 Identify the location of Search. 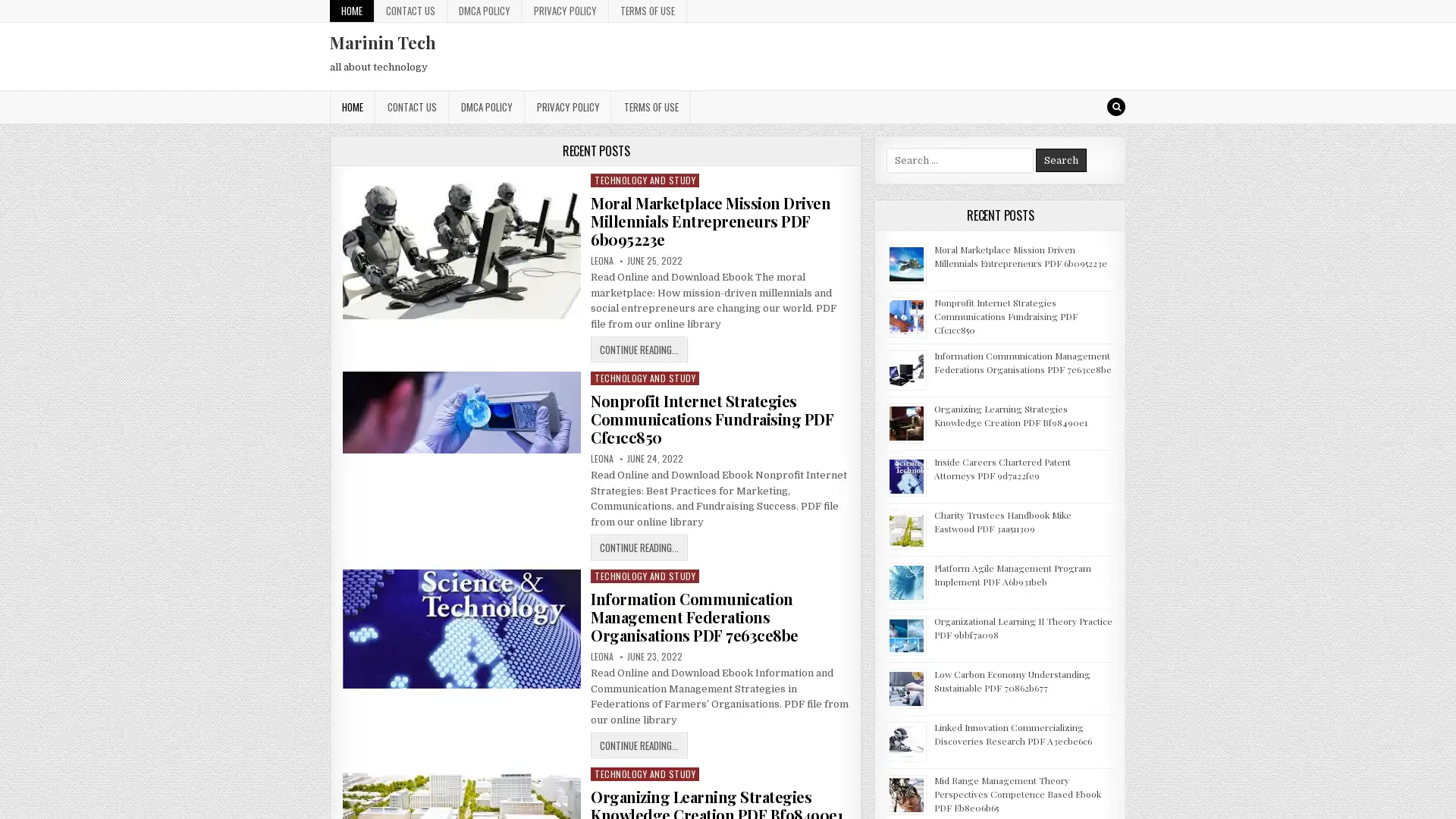
(1060, 160).